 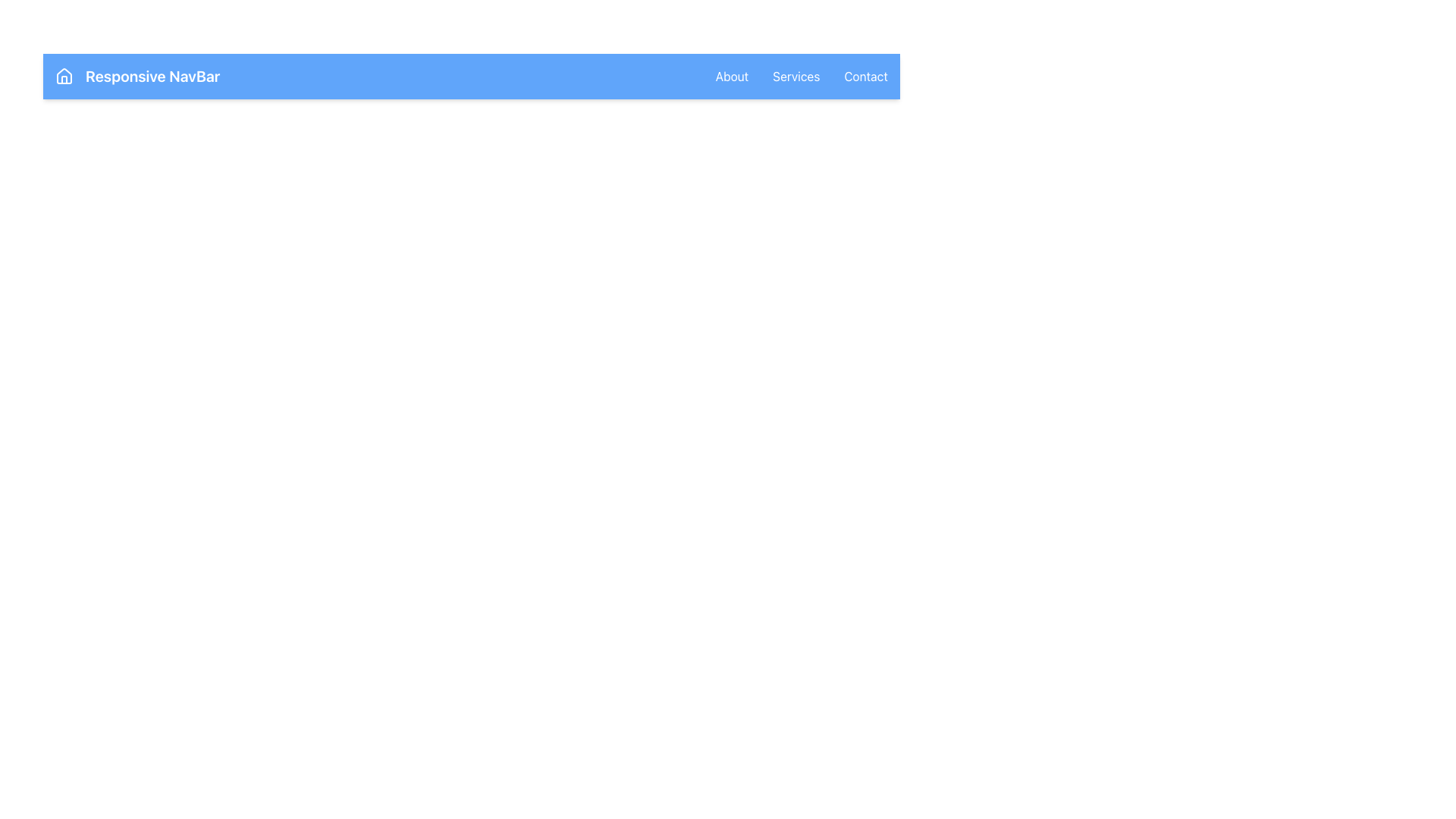 What do you see at coordinates (866, 76) in the screenshot?
I see `the non-interactive text label 'Contact' in the top-right section of the navigation menu` at bounding box center [866, 76].